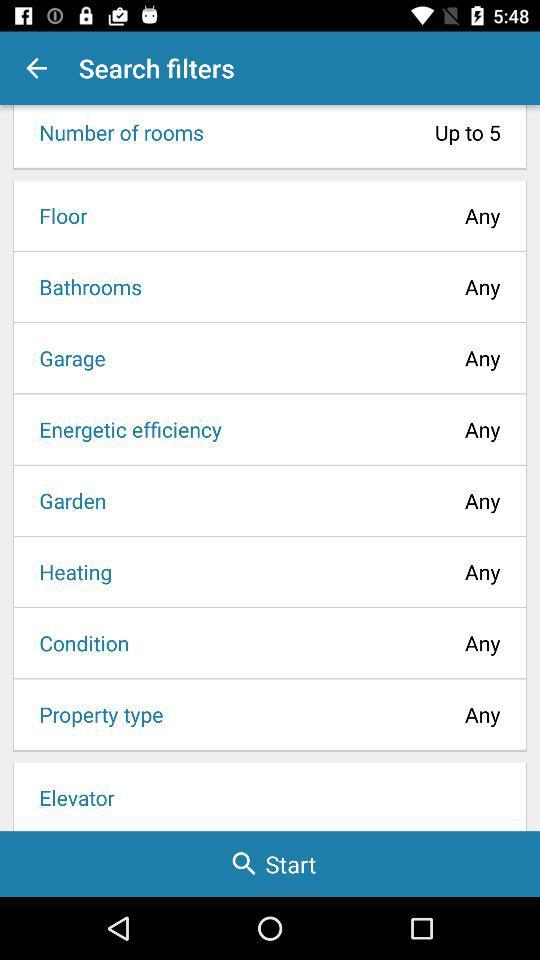 The height and width of the screenshot is (960, 540). What do you see at coordinates (56, 215) in the screenshot?
I see `the item next to the any icon` at bounding box center [56, 215].